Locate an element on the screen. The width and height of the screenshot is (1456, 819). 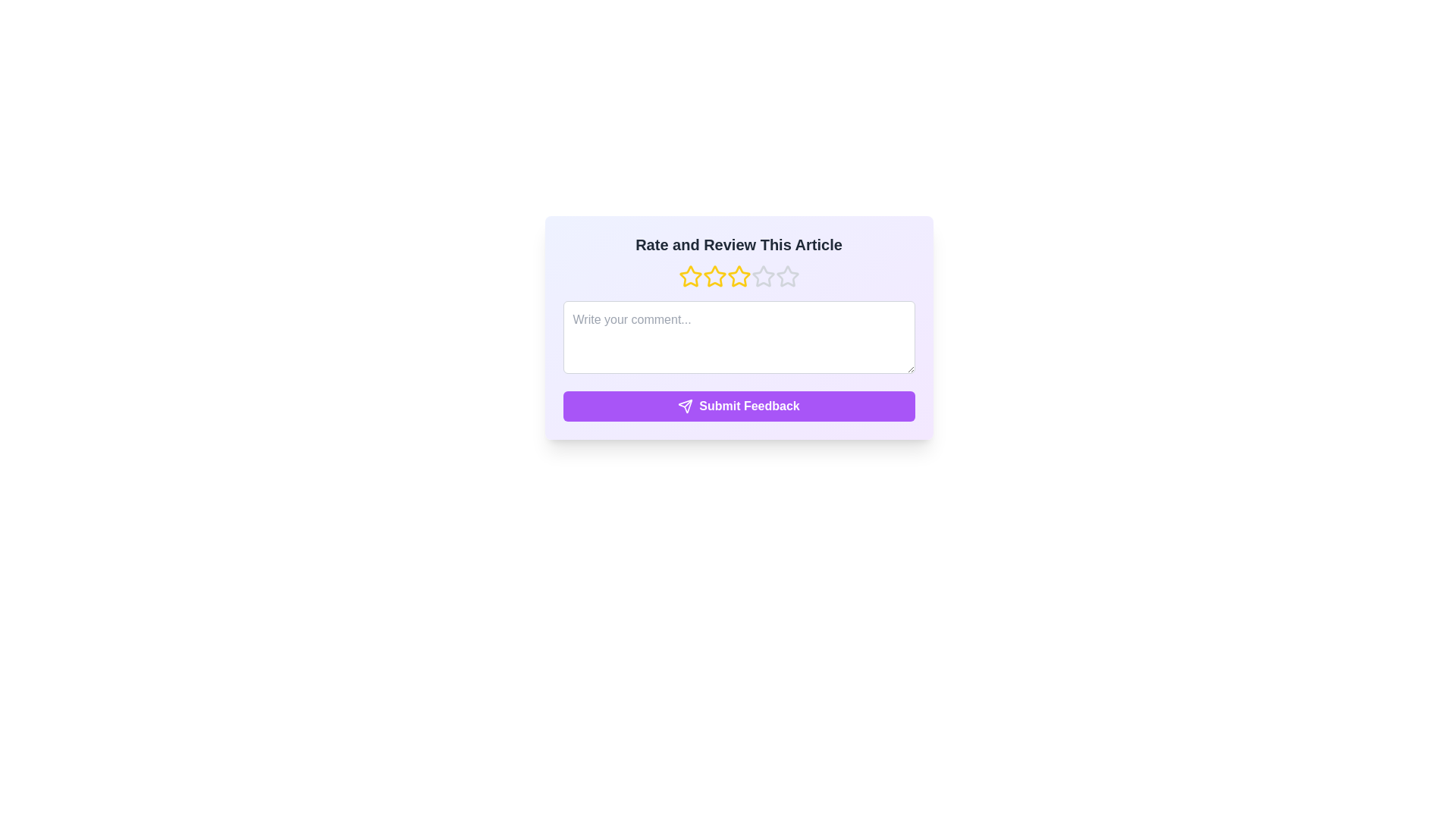
the rating to 5 stars by clicking on the corresponding star is located at coordinates (786, 277).